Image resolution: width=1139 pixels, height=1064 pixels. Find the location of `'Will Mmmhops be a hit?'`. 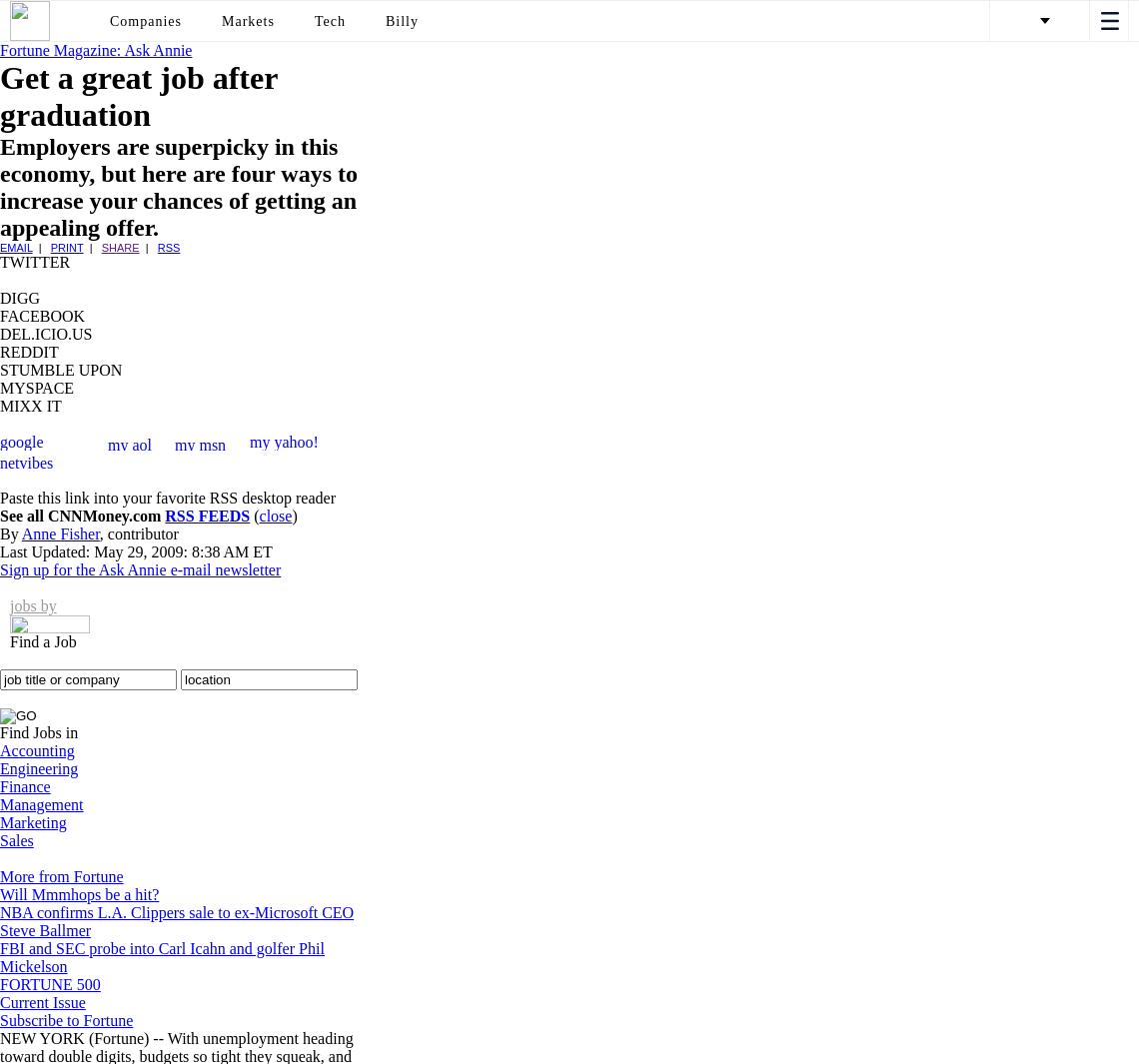

'Will Mmmhops be a hit?' is located at coordinates (78, 894).